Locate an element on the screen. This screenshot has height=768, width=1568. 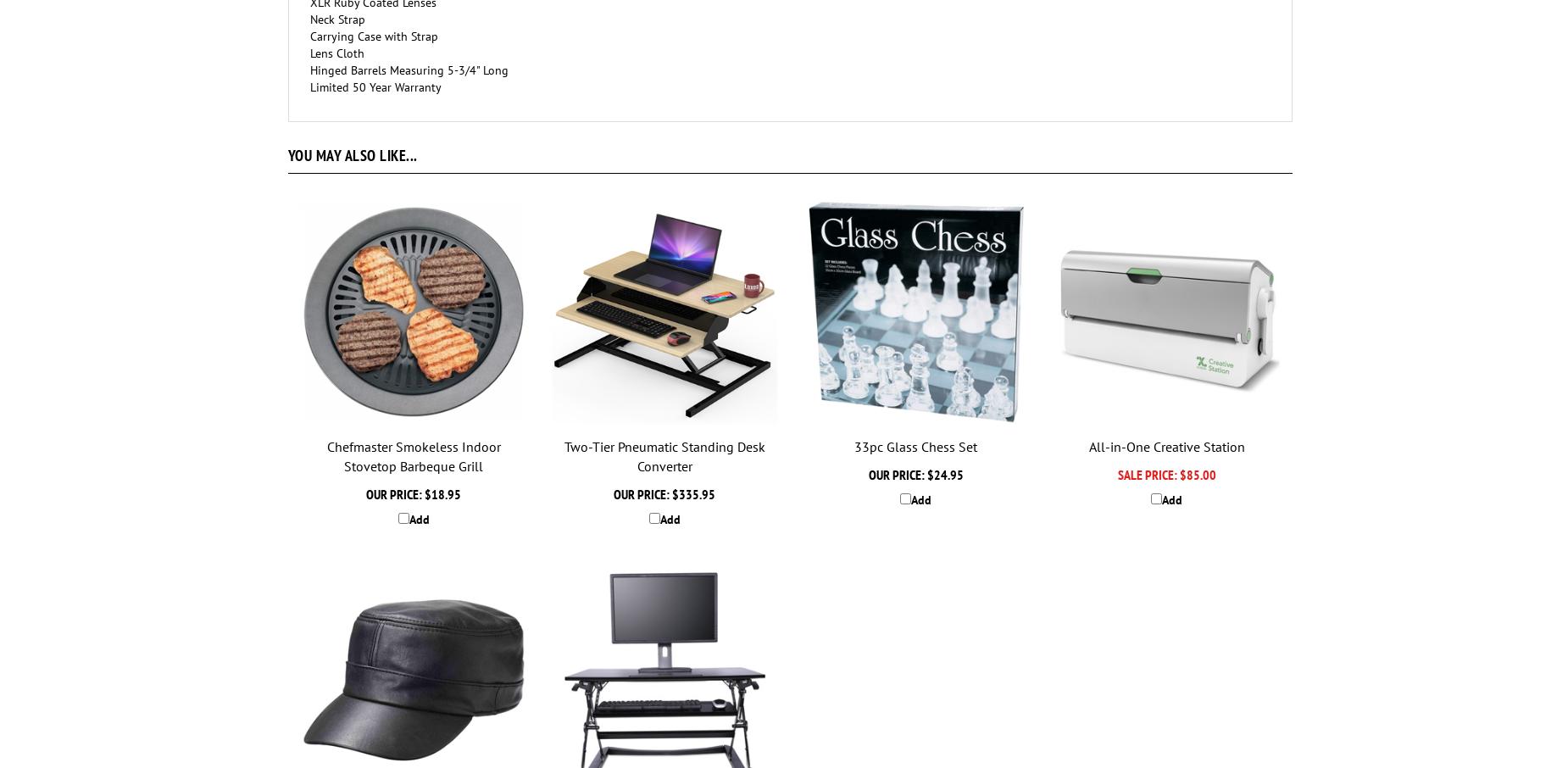
'Lens Cloth' is located at coordinates (336, 53).